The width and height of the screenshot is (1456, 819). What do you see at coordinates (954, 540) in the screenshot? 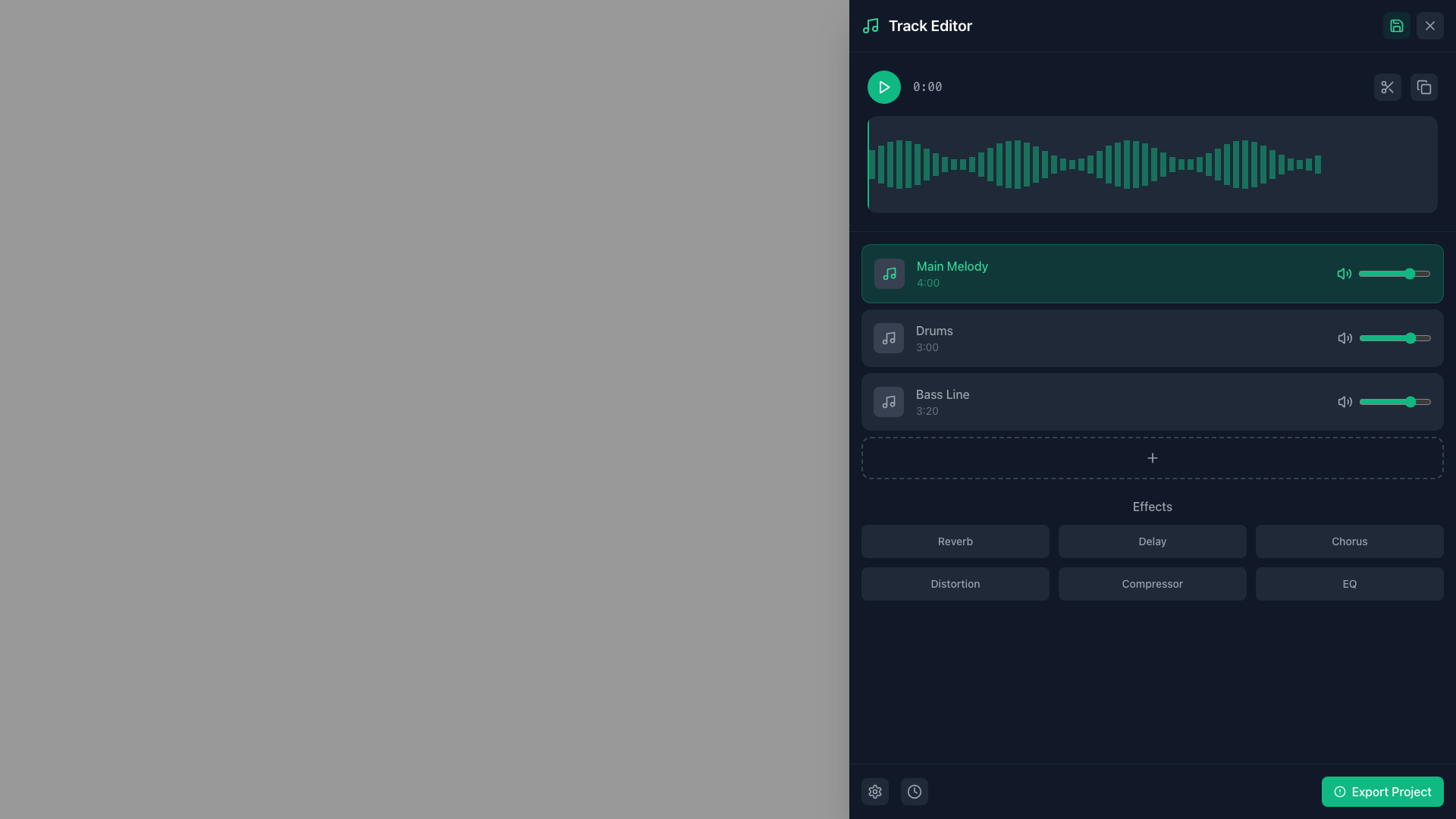
I see `the 'Reverb' button located in the top-left corner of the effects grid` at bounding box center [954, 540].